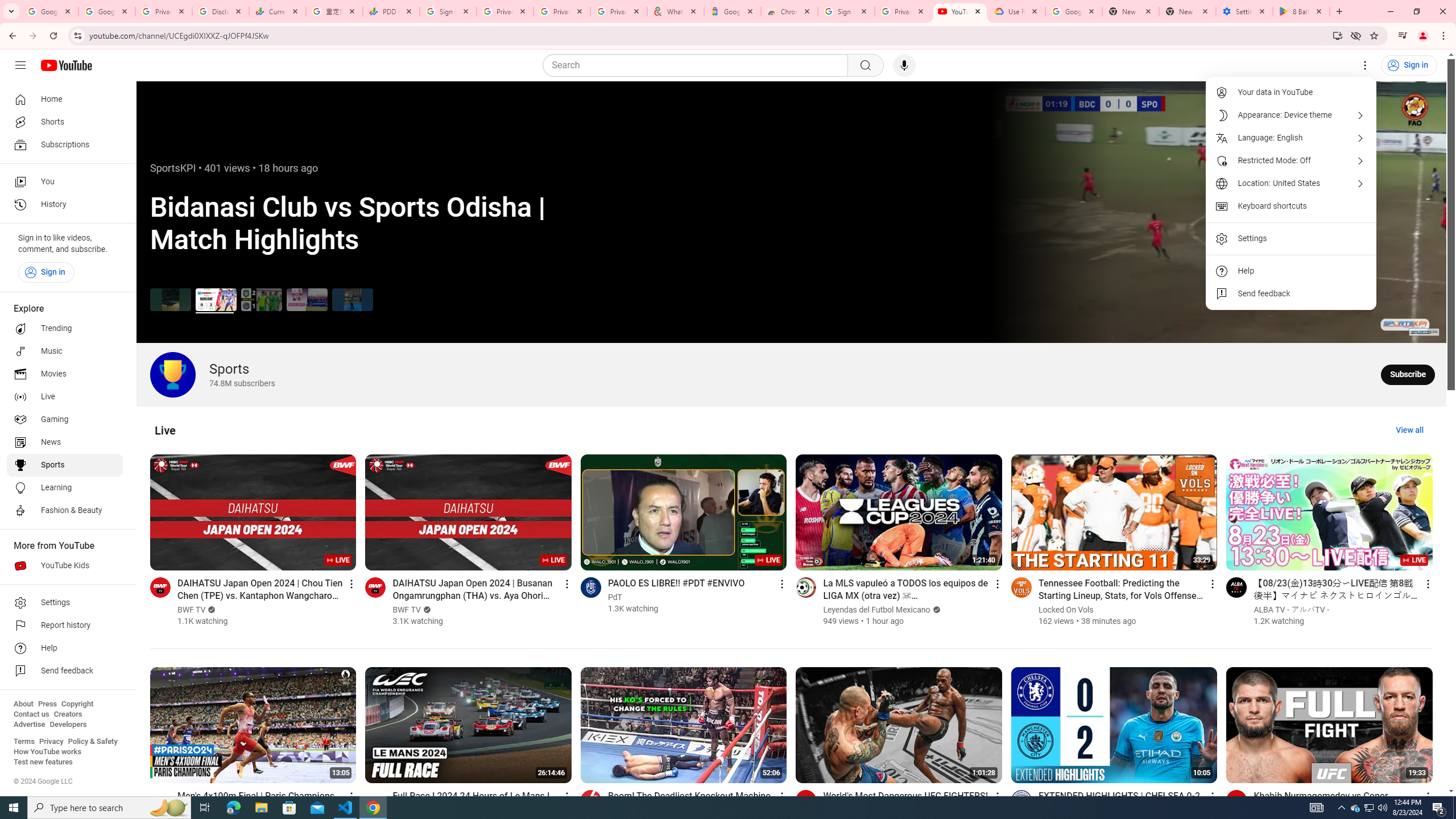 The image size is (1456, 819). Describe the element at coordinates (1291, 92) in the screenshot. I see `'Your data in YouTube'` at that location.